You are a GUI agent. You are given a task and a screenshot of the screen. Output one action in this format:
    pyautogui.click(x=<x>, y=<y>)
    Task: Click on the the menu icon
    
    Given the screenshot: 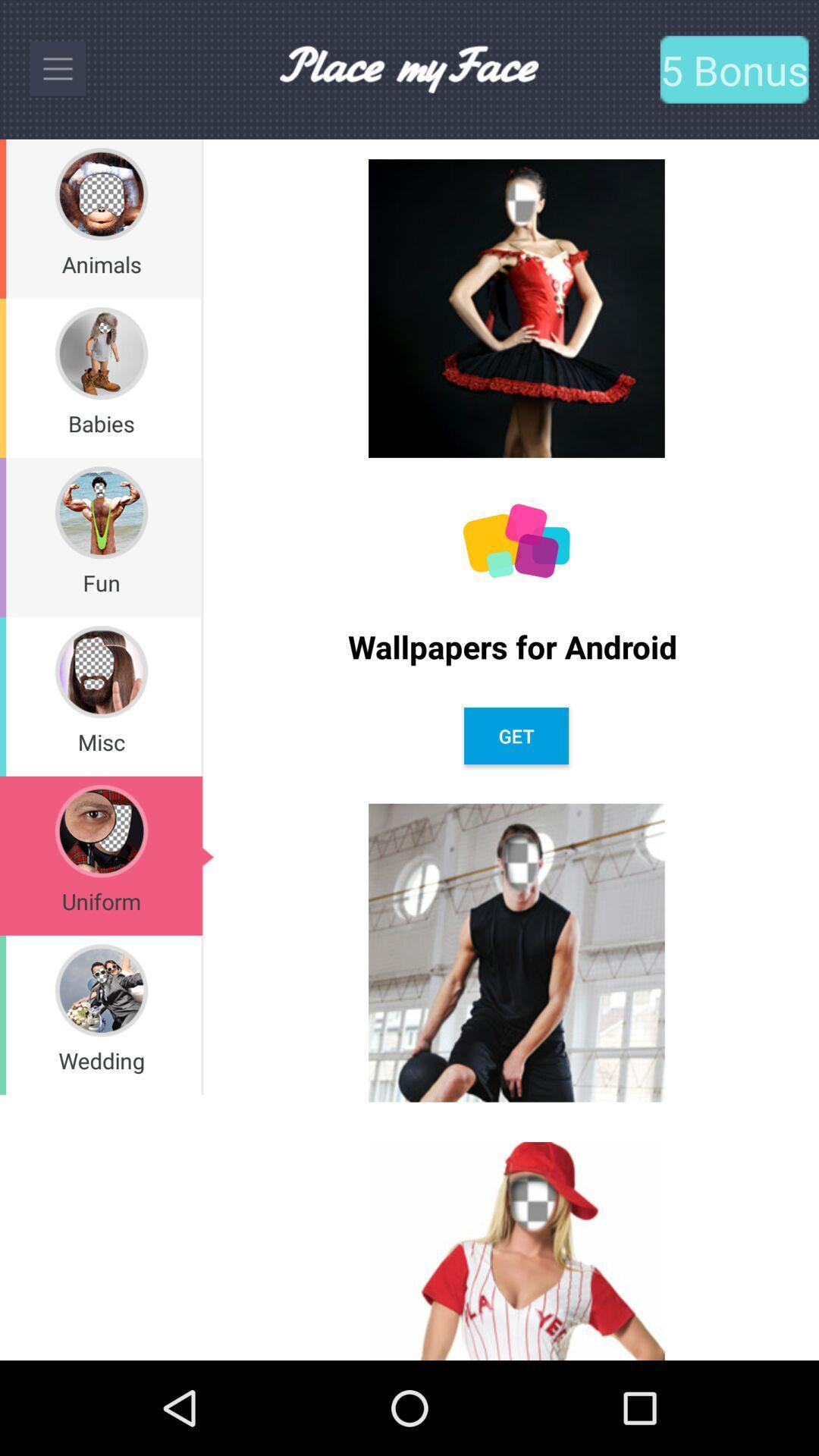 What is the action you would take?
    pyautogui.click(x=57, y=68)
    